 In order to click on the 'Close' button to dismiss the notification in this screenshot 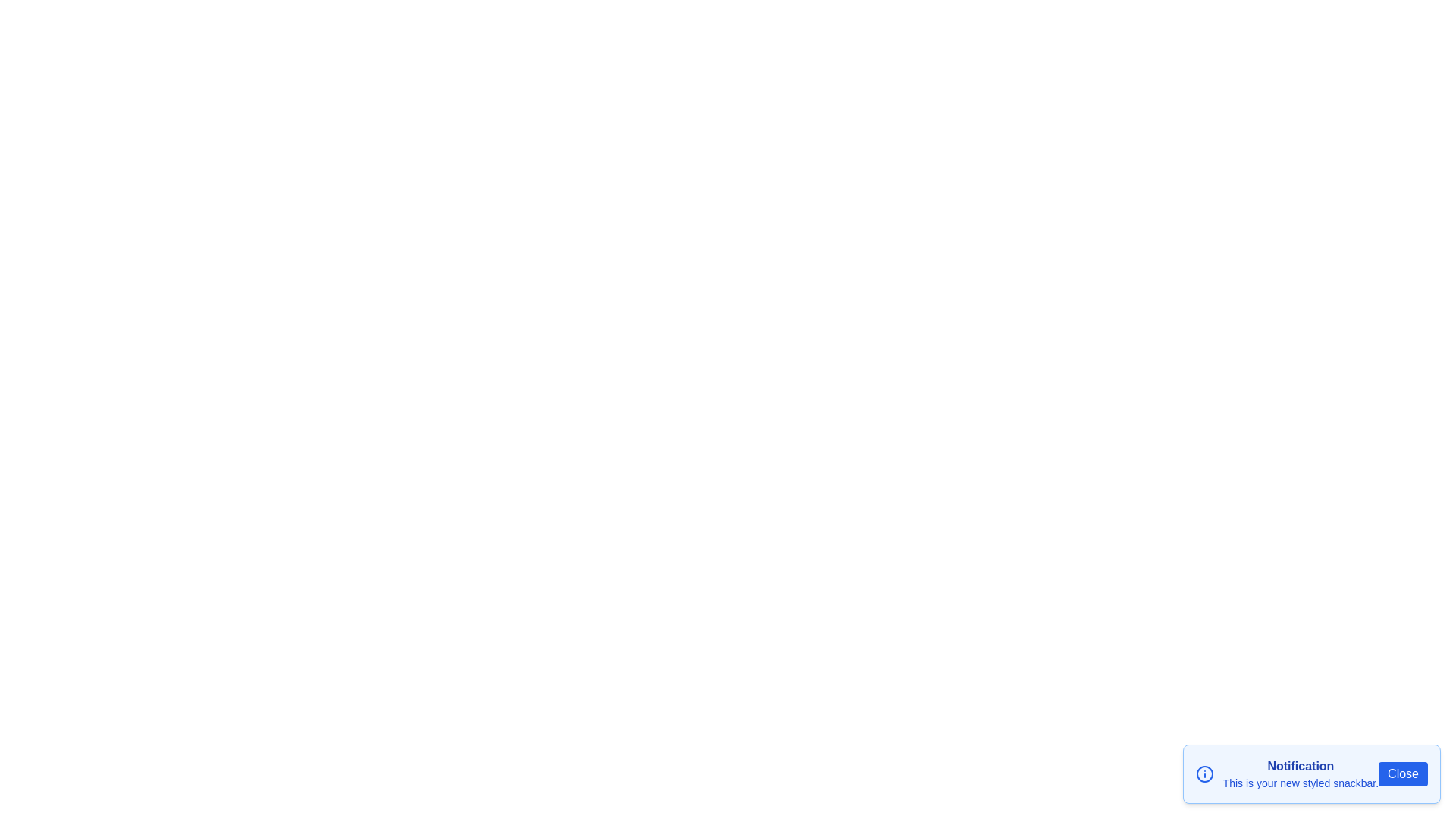, I will do `click(1401, 774)`.